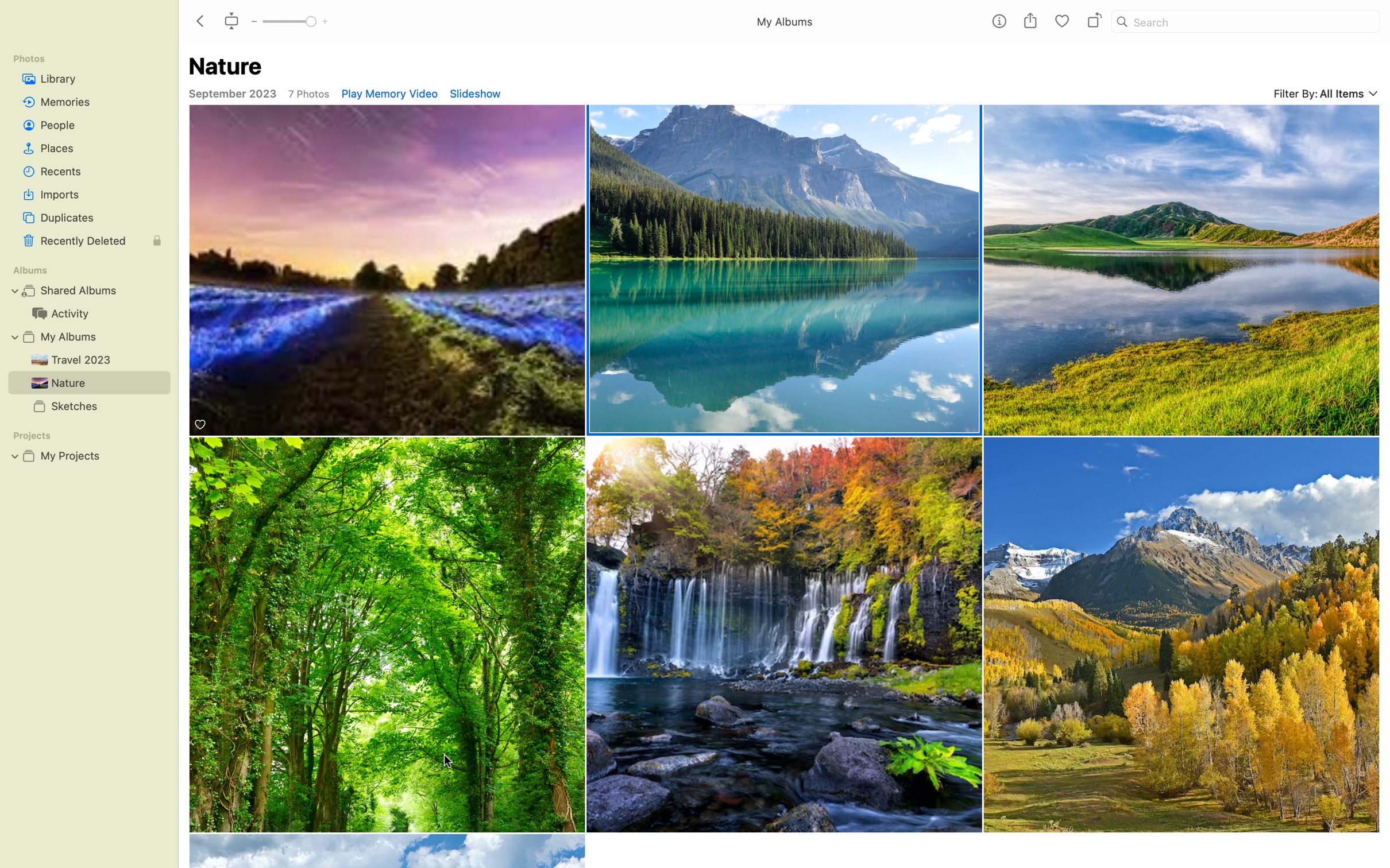 This screenshot has width=1390, height=868. I want to click on Move towards the topmost part of the page, so click(2639610, 1022504).